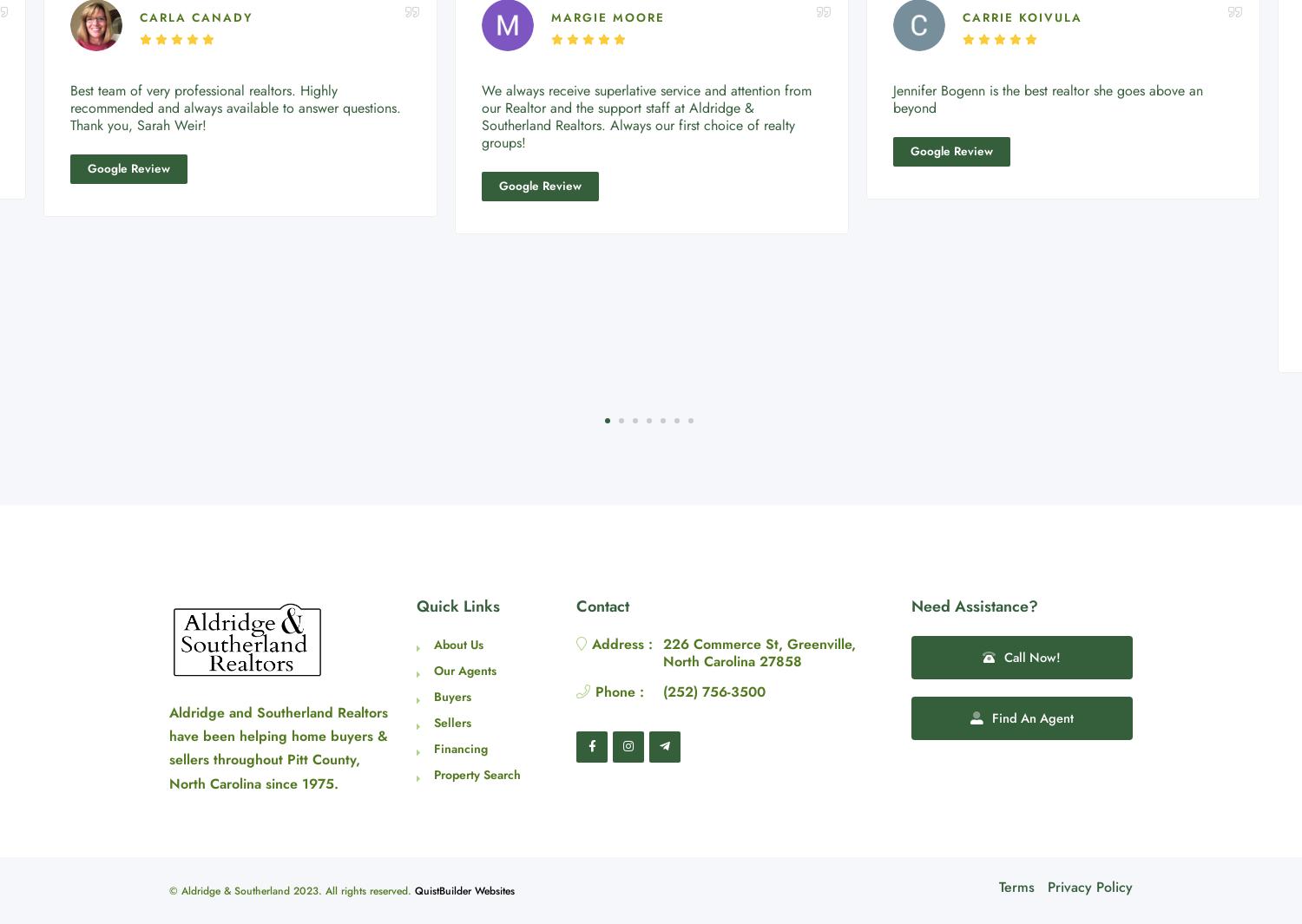 The width and height of the screenshot is (1302, 924). What do you see at coordinates (452, 721) in the screenshot?
I see `'Sellers'` at bounding box center [452, 721].